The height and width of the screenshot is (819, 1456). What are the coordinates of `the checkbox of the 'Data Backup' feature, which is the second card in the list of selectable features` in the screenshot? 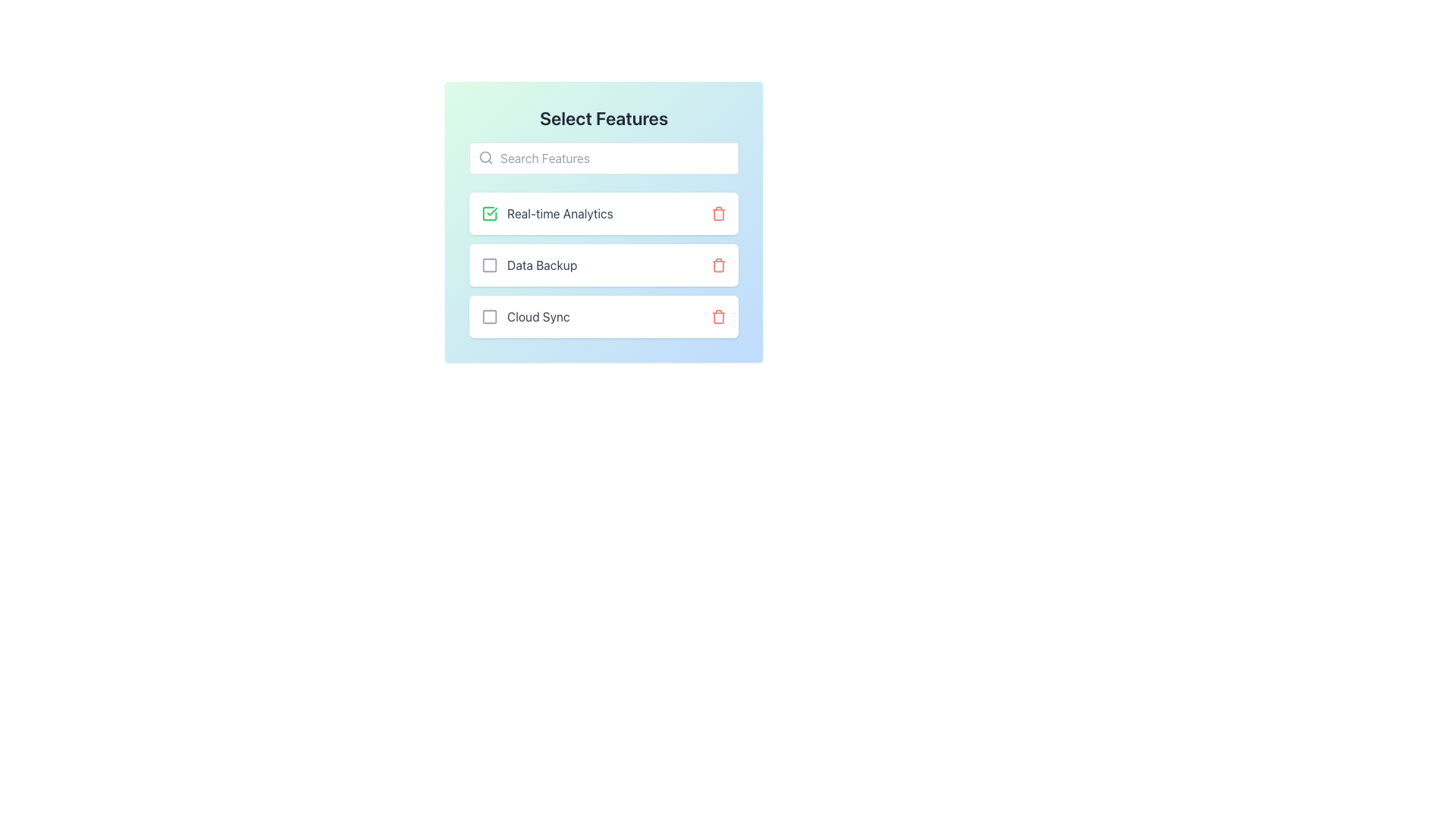 It's located at (603, 265).